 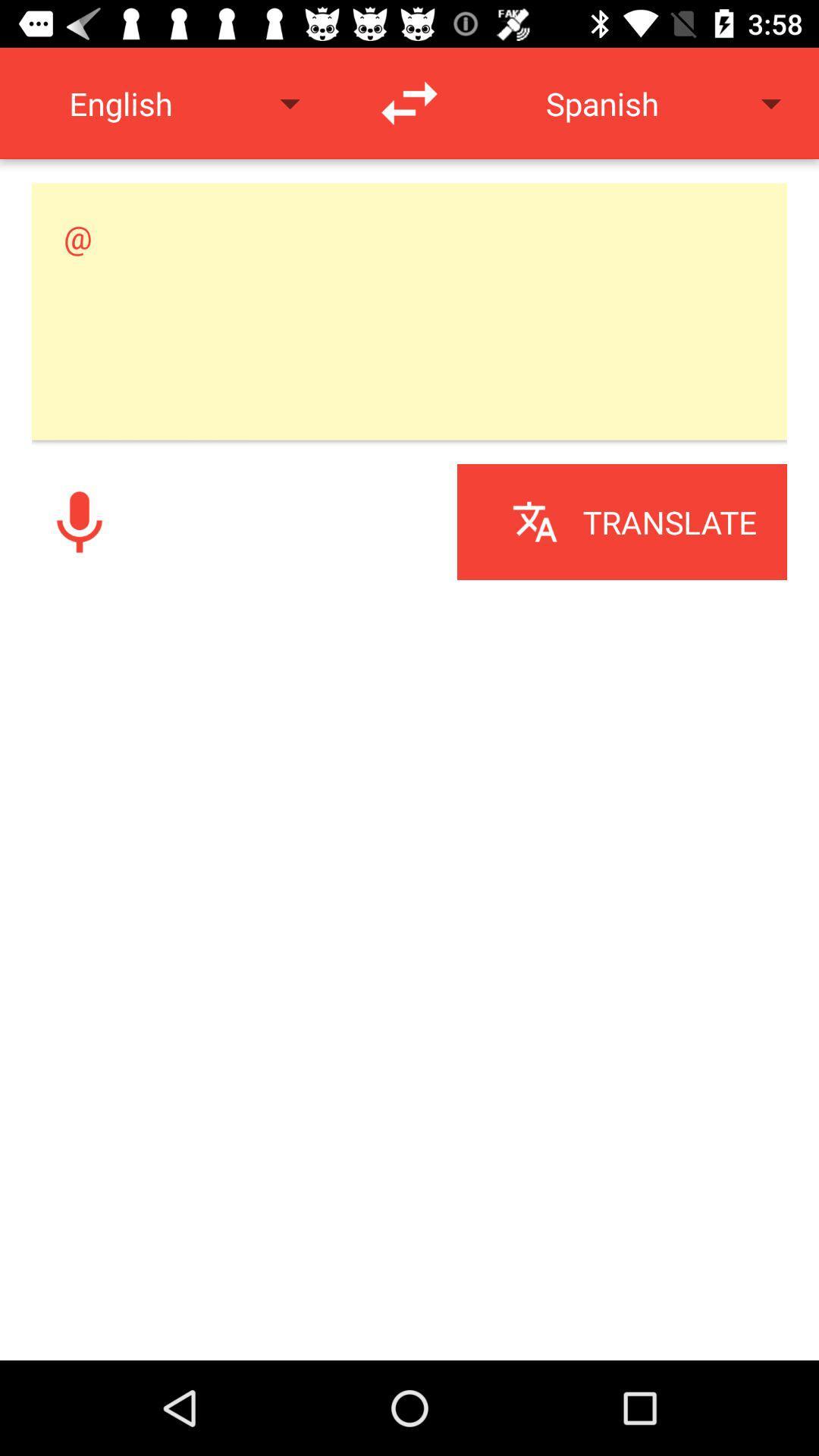 I want to click on swap languages, so click(x=409, y=102).